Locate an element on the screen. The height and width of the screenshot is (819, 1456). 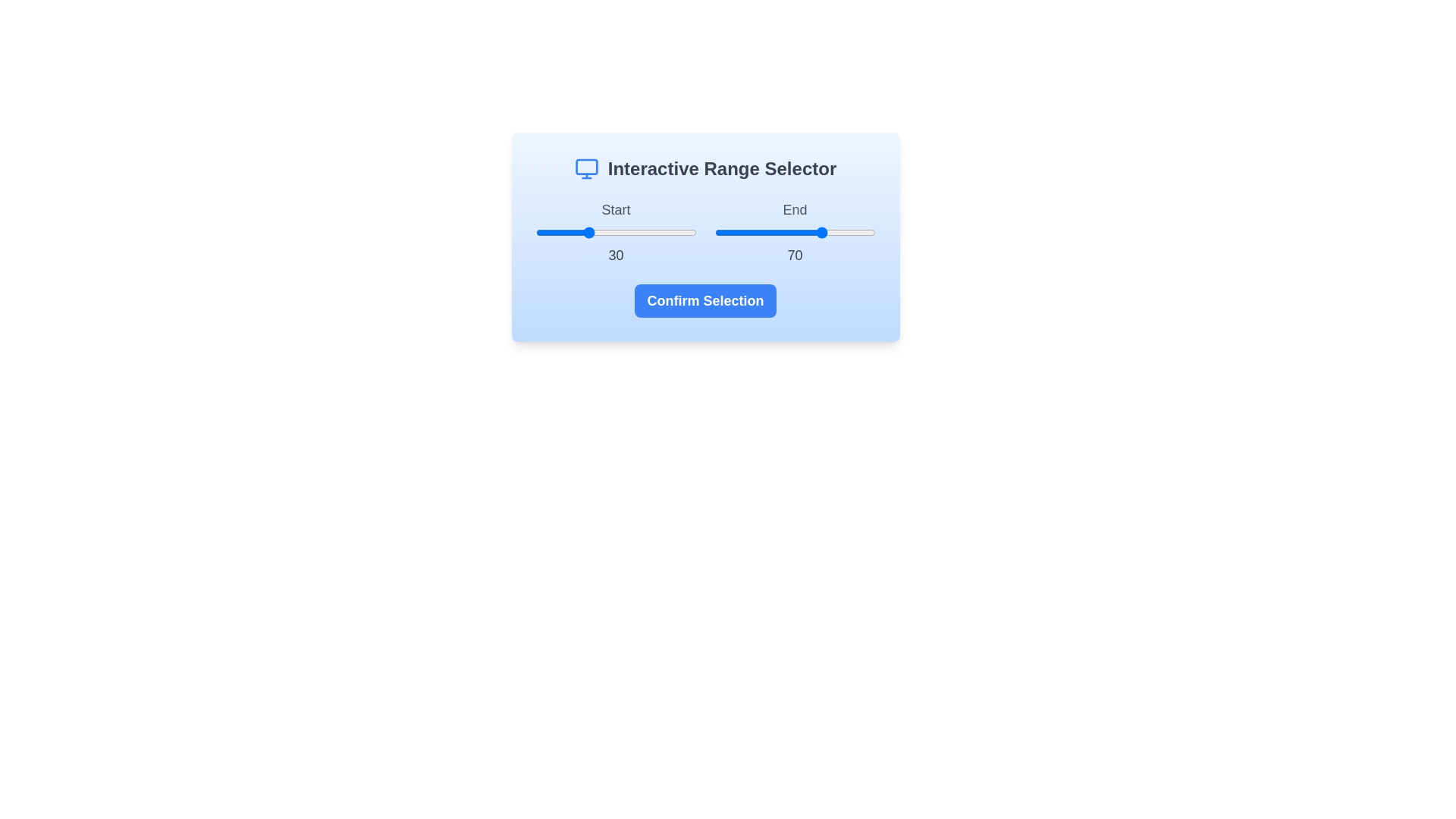
the end range value to 59 by interacting with the slider is located at coordinates (808, 233).